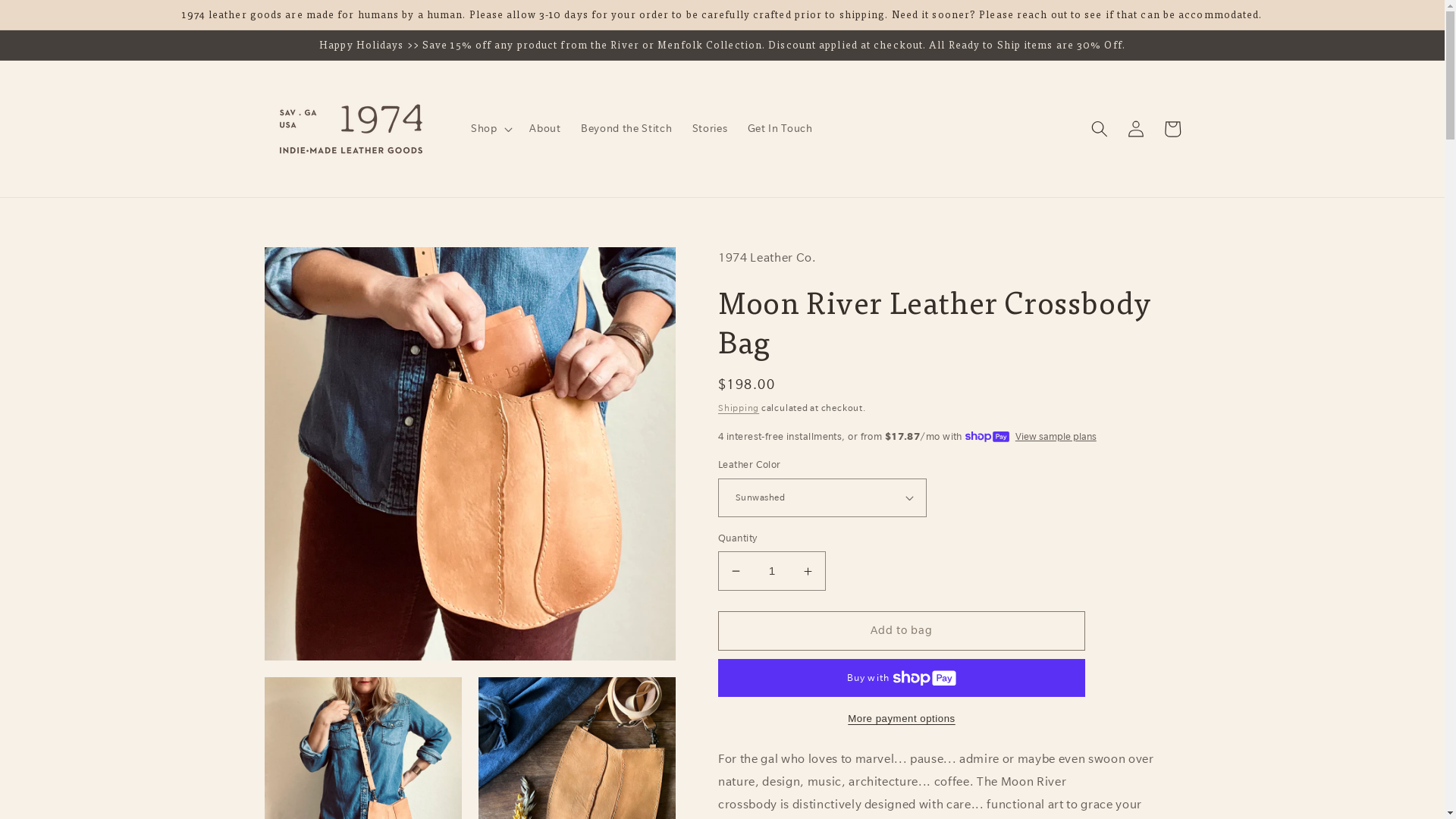  Describe the element at coordinates (312, 265) in the screenshot. I see `'Skip to product information'` at that location.